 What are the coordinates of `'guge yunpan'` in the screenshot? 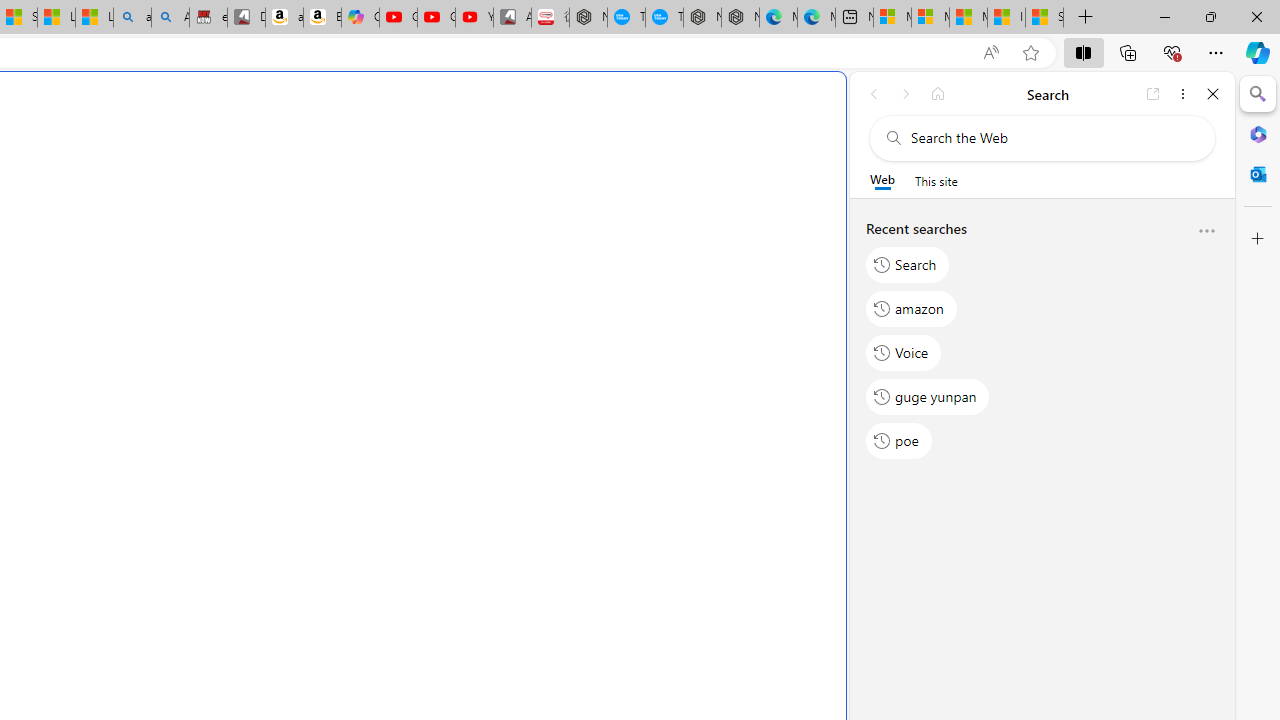 It's located at (927, 396).